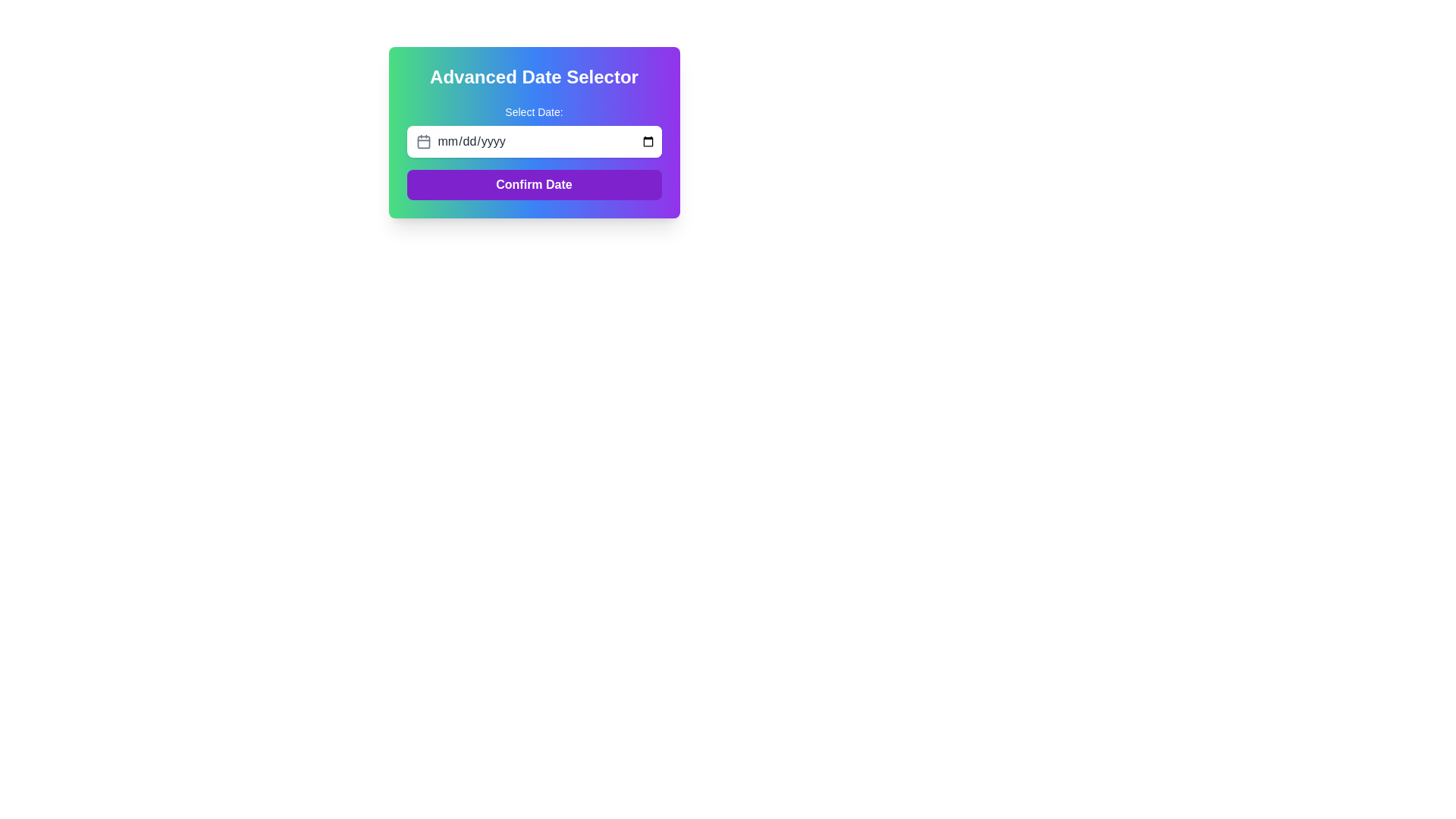  What do you see at coordinates (423, 141) in the screenshot?
I see `the date picker icon located at the far-left side of the date input field` at bounding box center [423, 141].